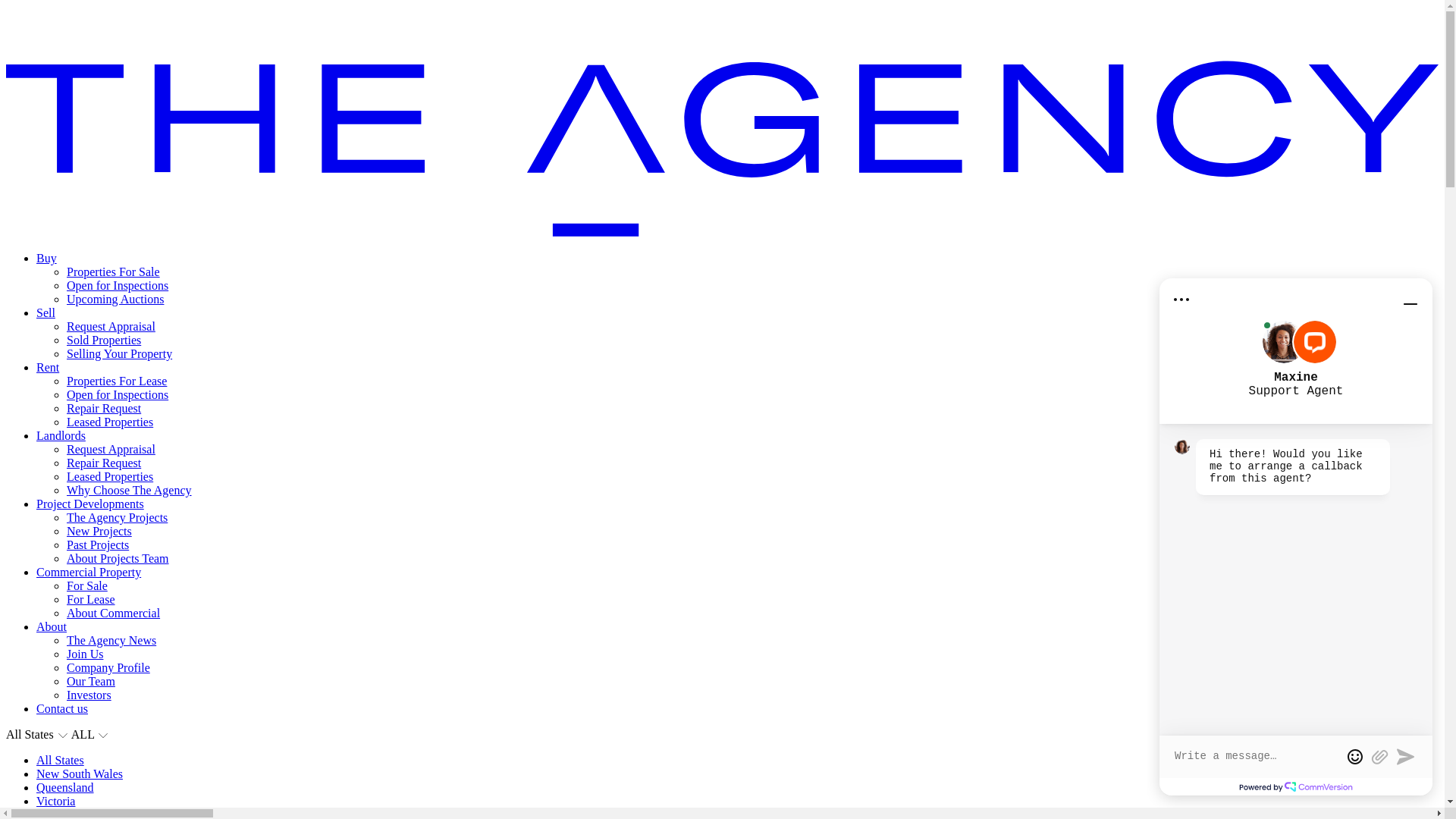  Describe the element at coordinates (98, 530) in the screenshot. I see `'New Projects'` at that location.